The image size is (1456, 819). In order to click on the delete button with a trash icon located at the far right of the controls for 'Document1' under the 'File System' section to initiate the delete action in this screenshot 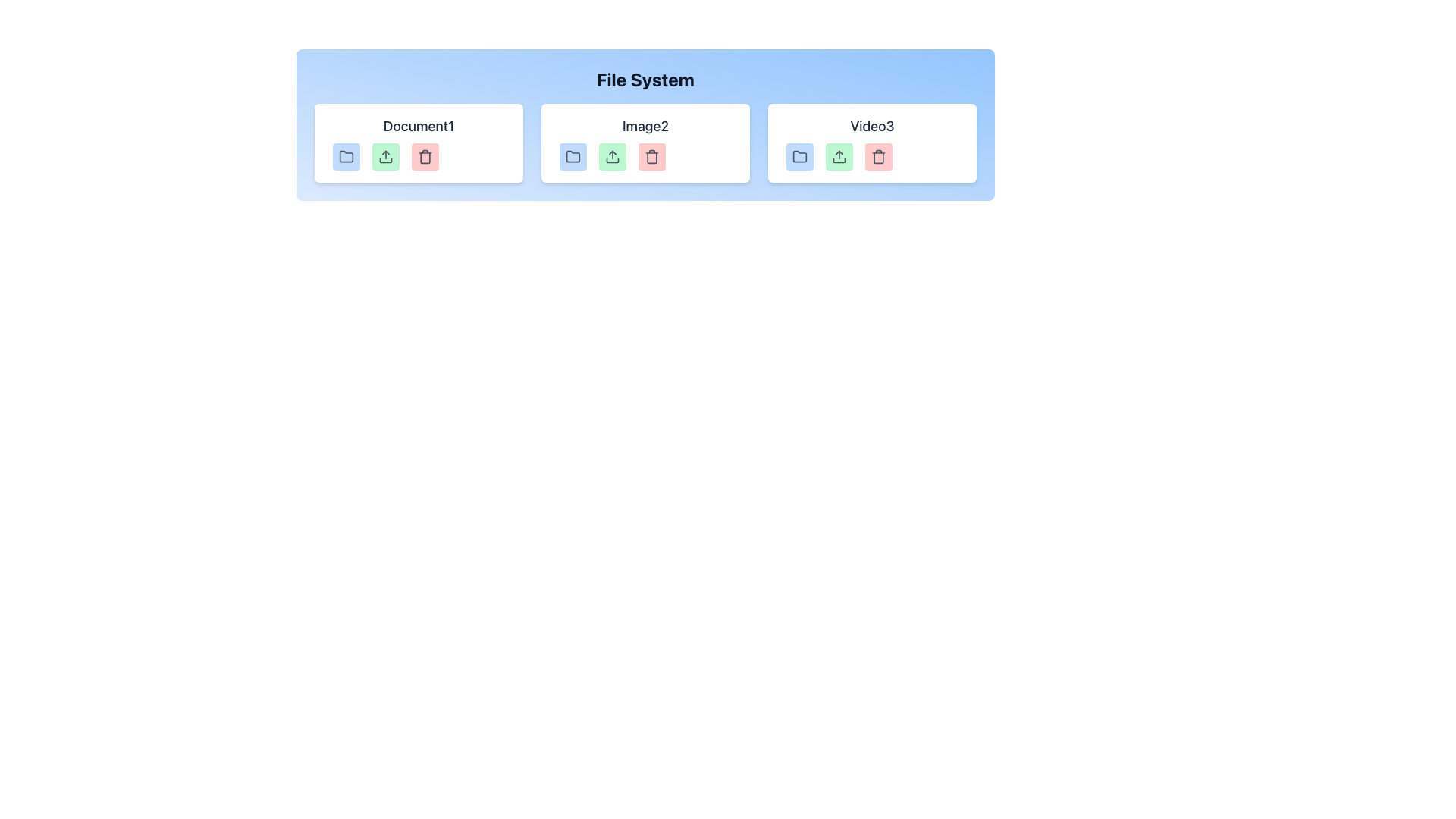, I will do `click(425, 157)`.